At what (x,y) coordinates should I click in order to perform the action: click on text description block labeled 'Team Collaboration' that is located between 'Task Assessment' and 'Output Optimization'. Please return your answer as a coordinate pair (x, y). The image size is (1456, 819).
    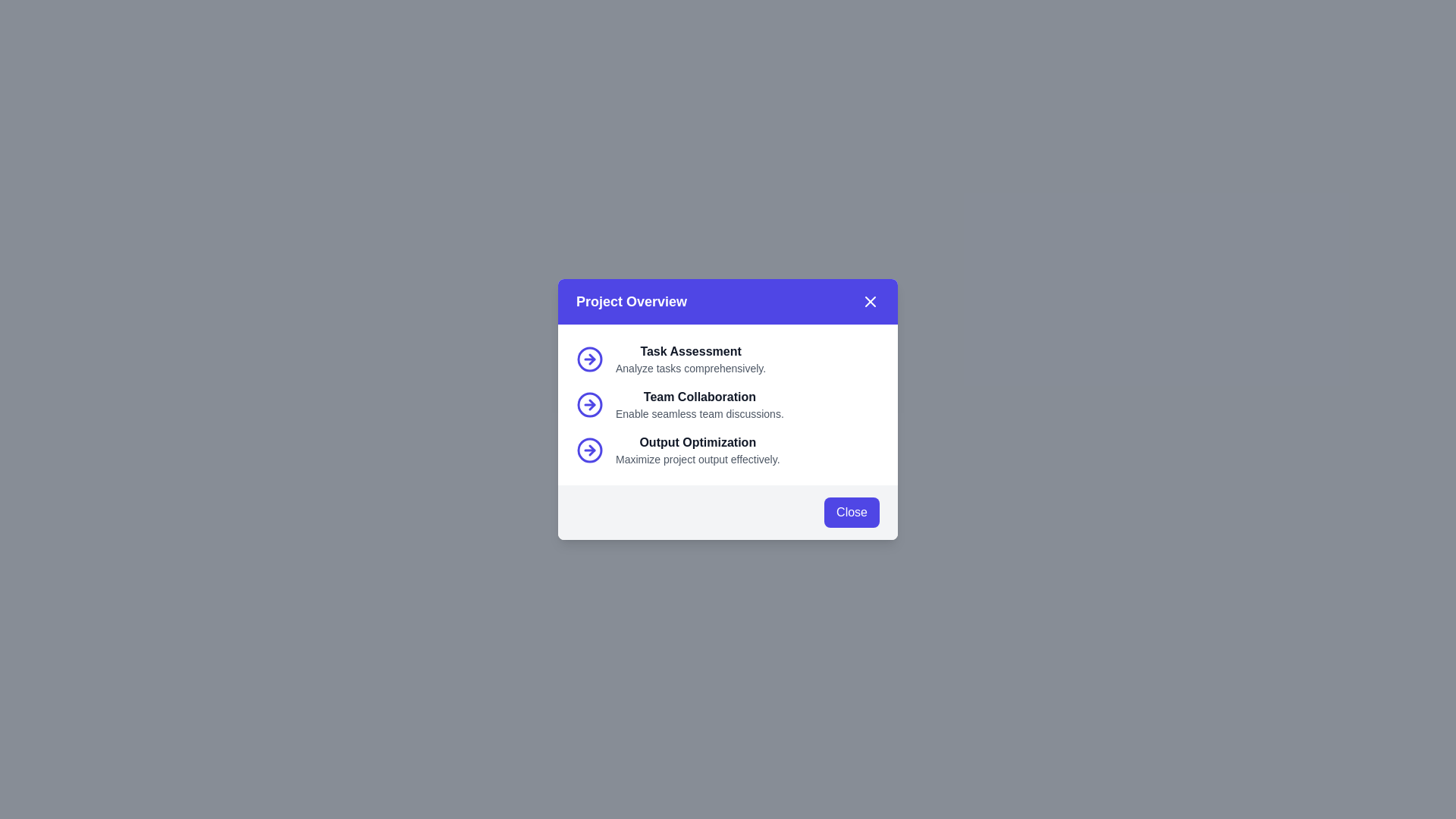
    Looking at the image, I should click on (698, 403).